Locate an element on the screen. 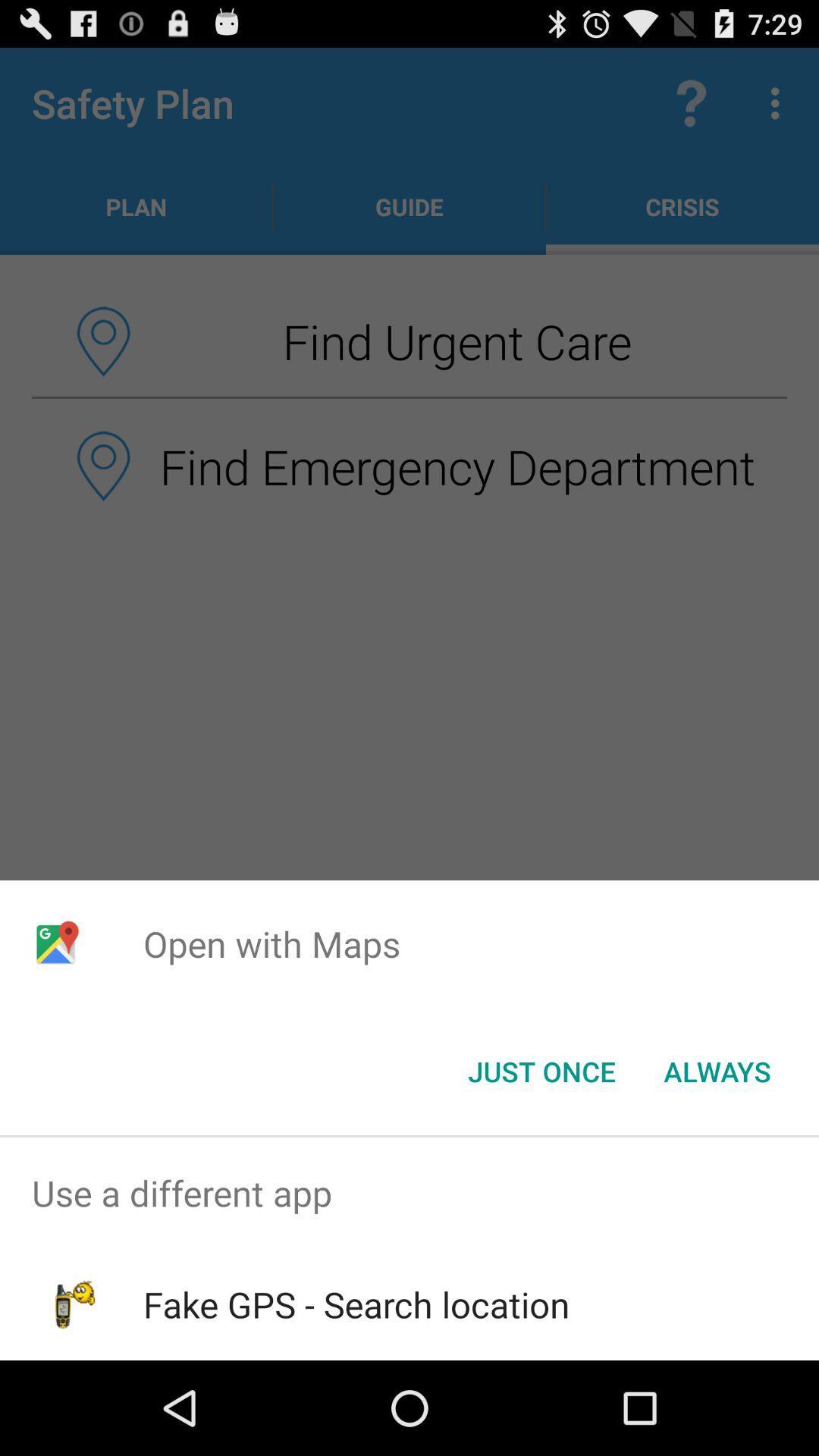  icon above fake gps search icon is located at coordinates (409, 1192).